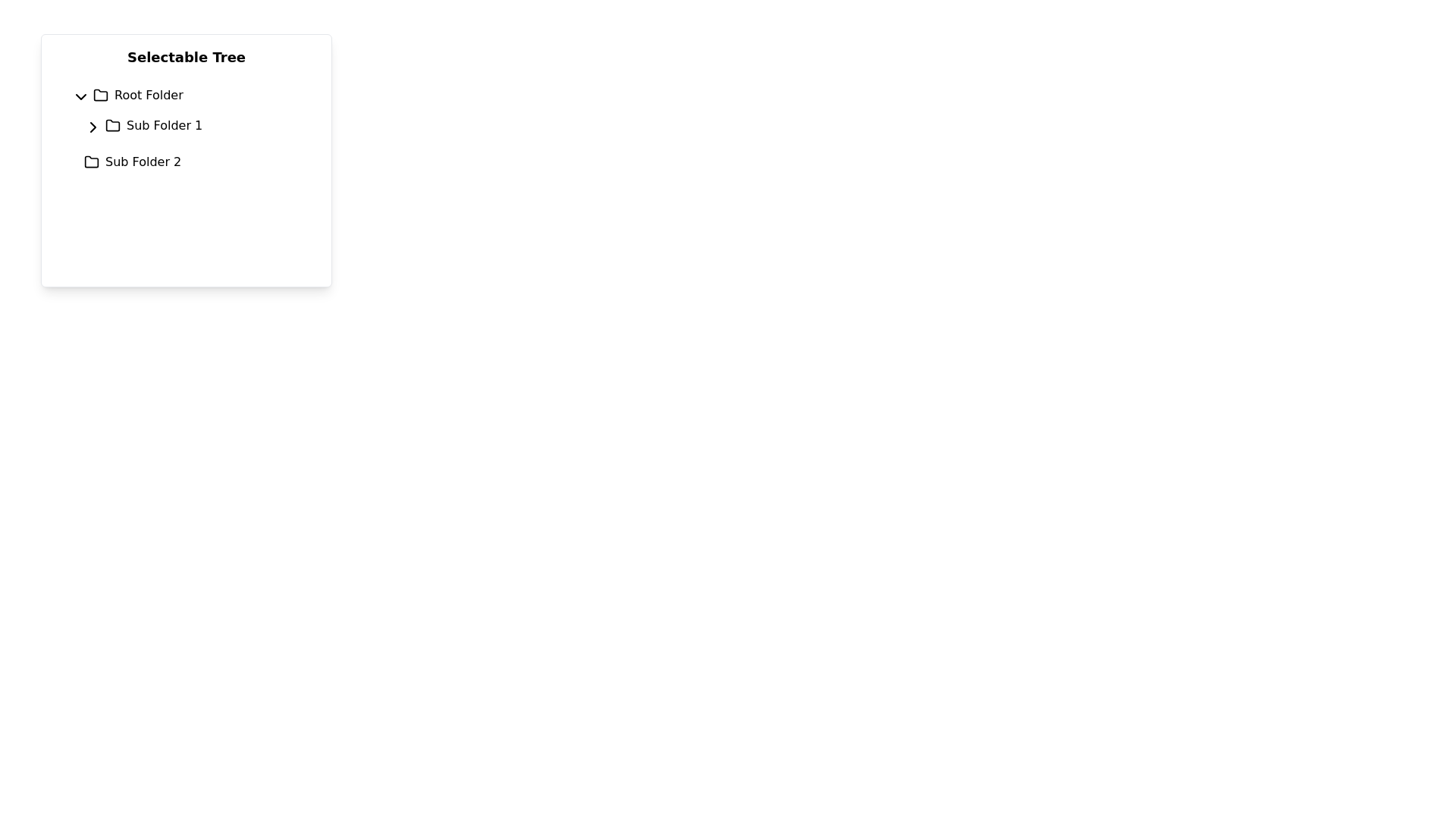  What do you see at coordinates (90, 162) in the screenshot?
I see `the SVG folder icon located` at bounding box center [90, 162].